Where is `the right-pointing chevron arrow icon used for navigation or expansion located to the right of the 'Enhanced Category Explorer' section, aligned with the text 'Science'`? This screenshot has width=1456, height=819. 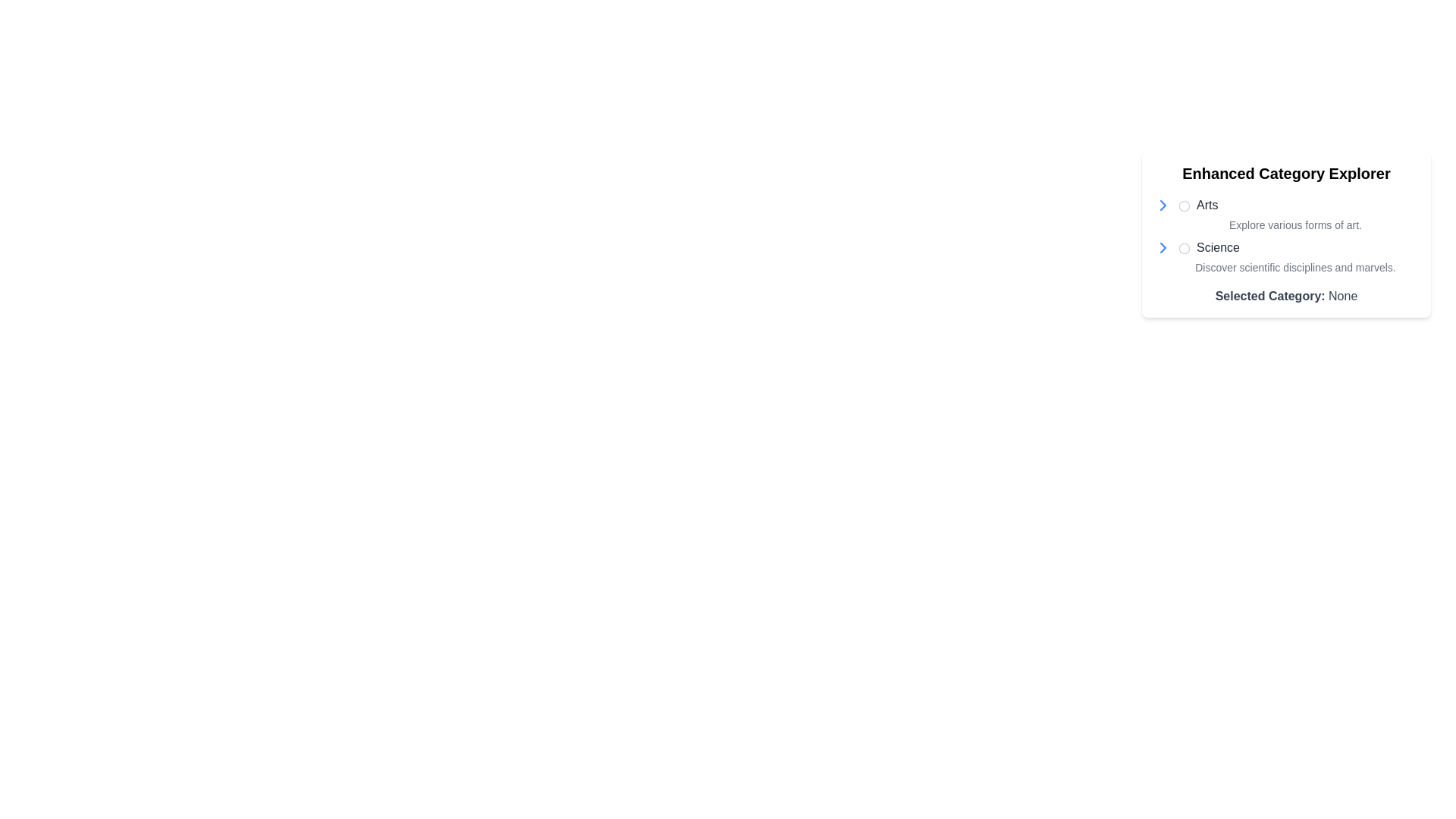
the right-pointing chevron arrow icon used for navigation or expansion located to the right of the 'Enhanced Category Explorer' section, aligned with the text 'Science' is located at coordinates (1163, 205).